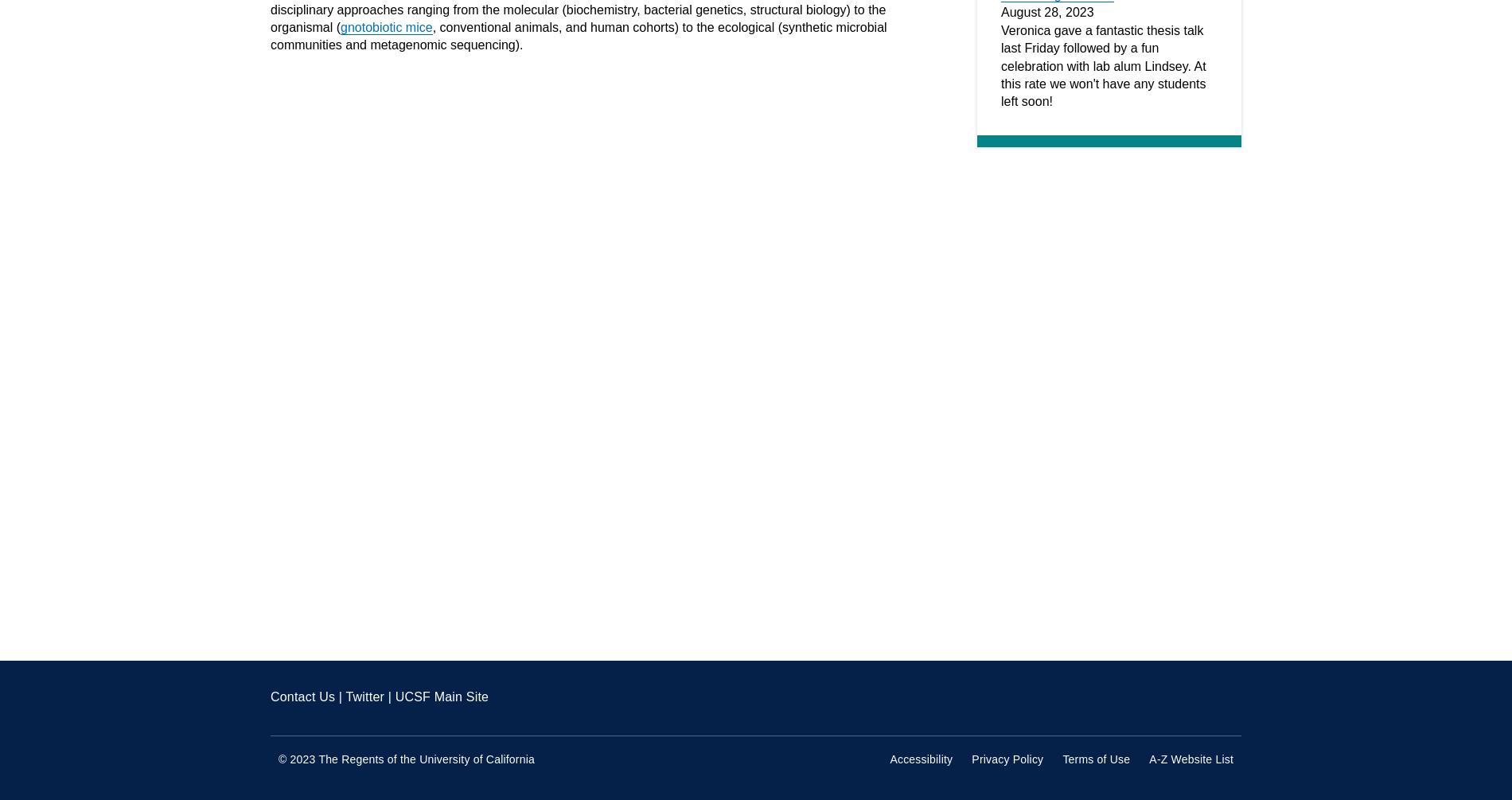  What do you see at coordinates (577, 36) in the screenshot?
I see `', conventional animals, and human cohorts) to the ecological (synthetic microbial communities and metagenomic sequencing).'` at bounding box center [577, 36].